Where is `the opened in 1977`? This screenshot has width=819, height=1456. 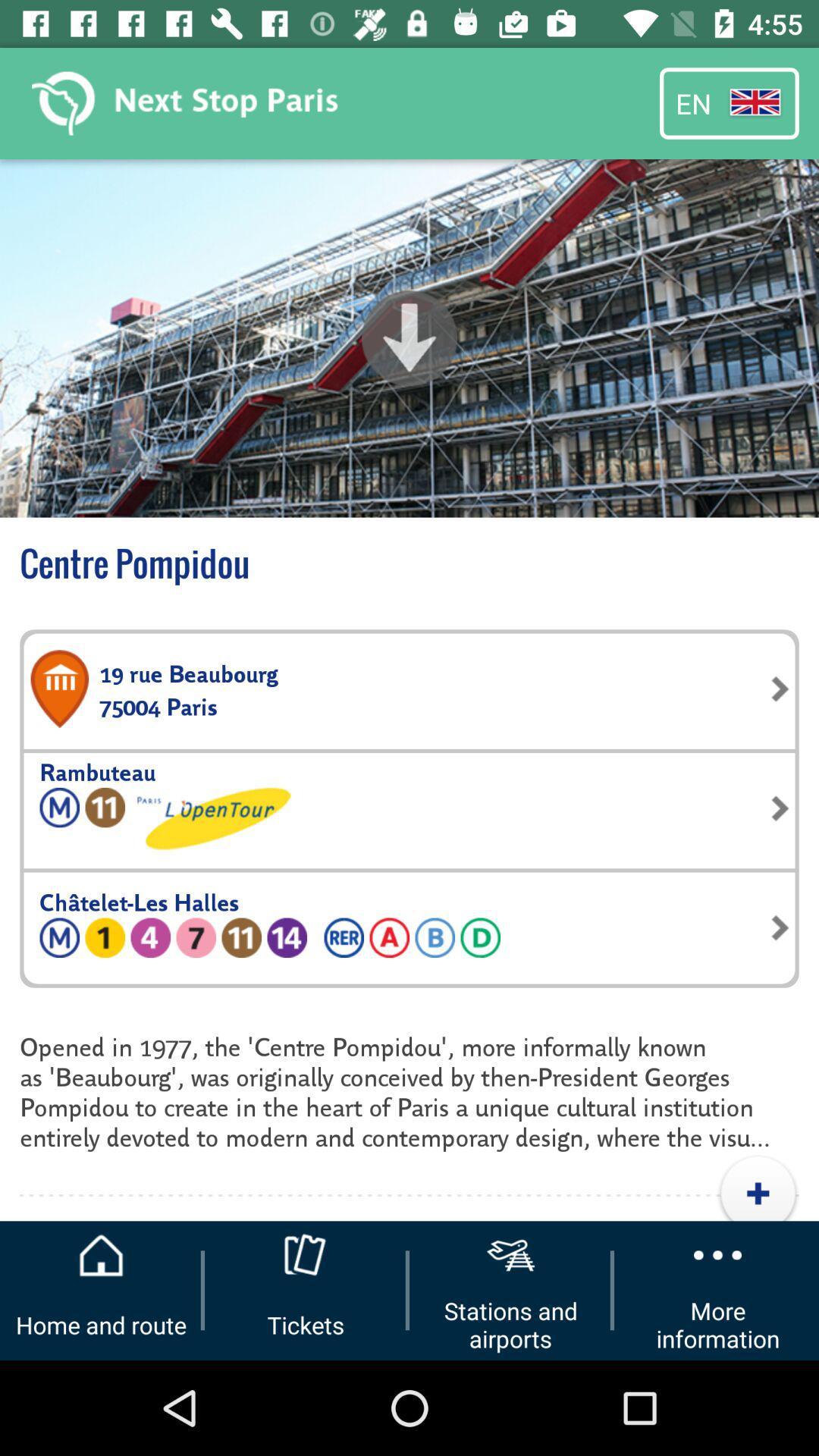 the opened in 1977 is located at coordinates (409, 1090).